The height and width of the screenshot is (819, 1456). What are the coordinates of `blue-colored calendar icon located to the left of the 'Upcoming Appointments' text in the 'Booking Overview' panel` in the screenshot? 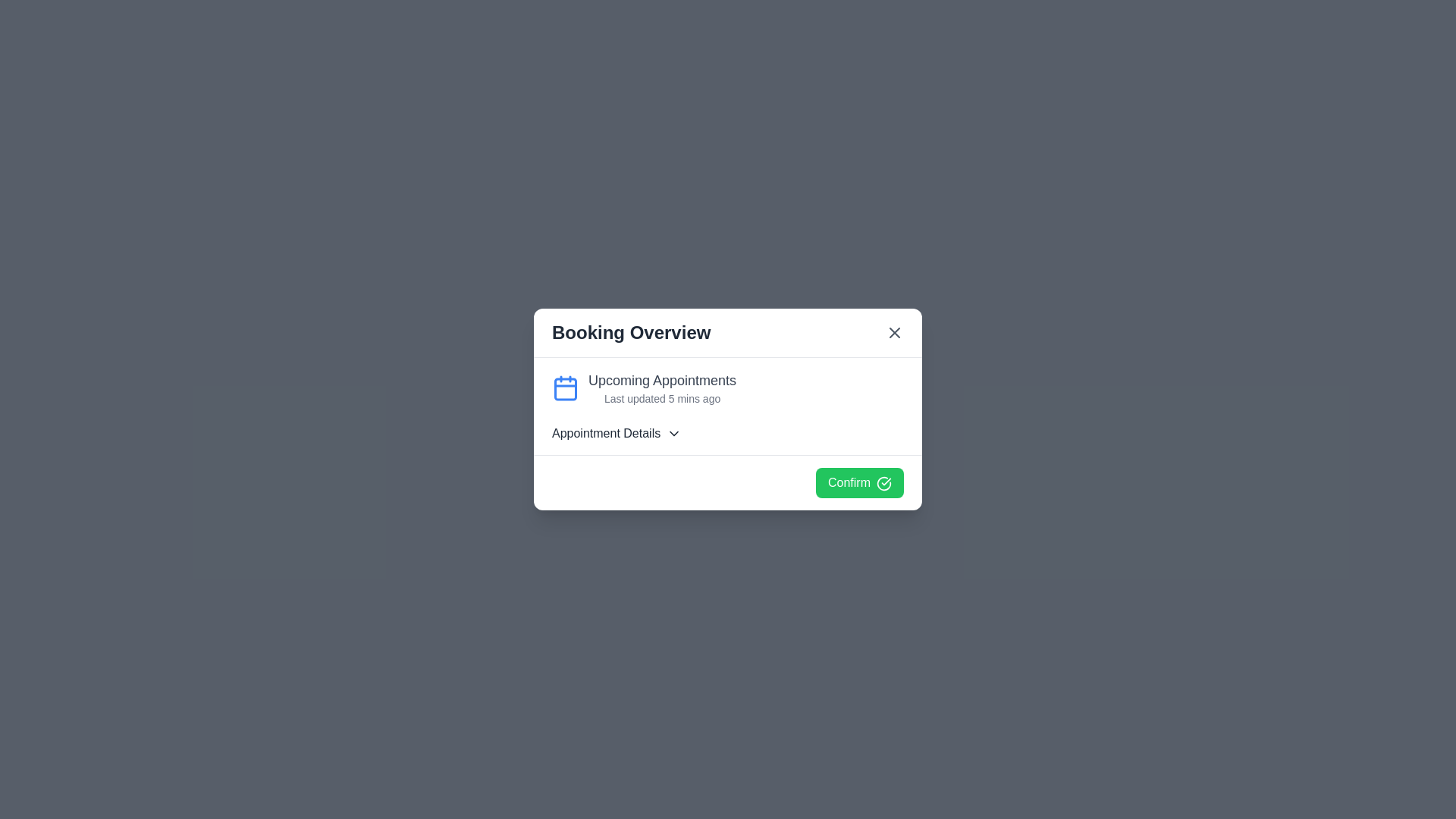 It's located at (564, 388).